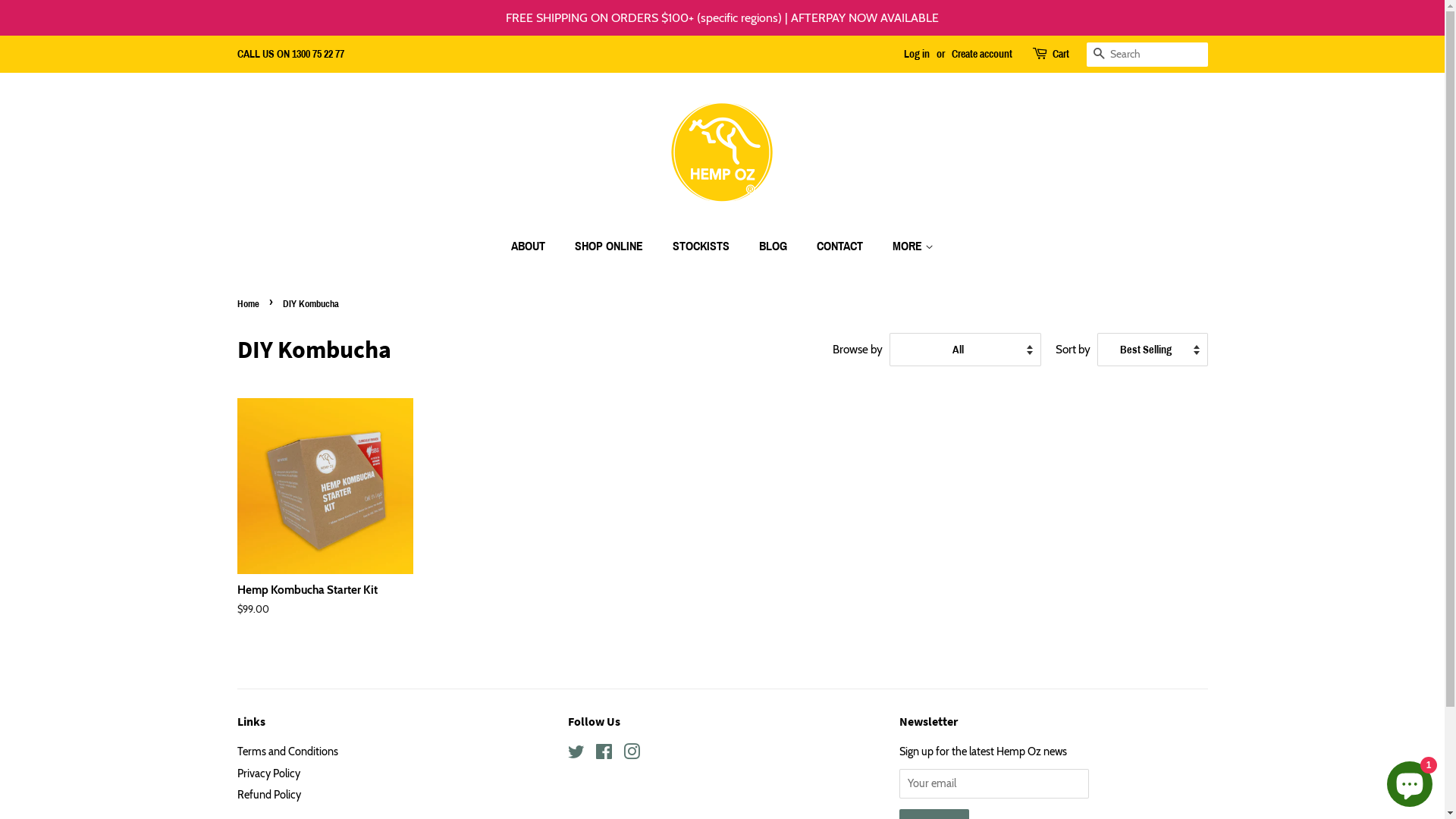  What do you see at coordinates (236, 794) in the screenshot?
I see `'Refund Policy'` at bounding box center [236, 794].